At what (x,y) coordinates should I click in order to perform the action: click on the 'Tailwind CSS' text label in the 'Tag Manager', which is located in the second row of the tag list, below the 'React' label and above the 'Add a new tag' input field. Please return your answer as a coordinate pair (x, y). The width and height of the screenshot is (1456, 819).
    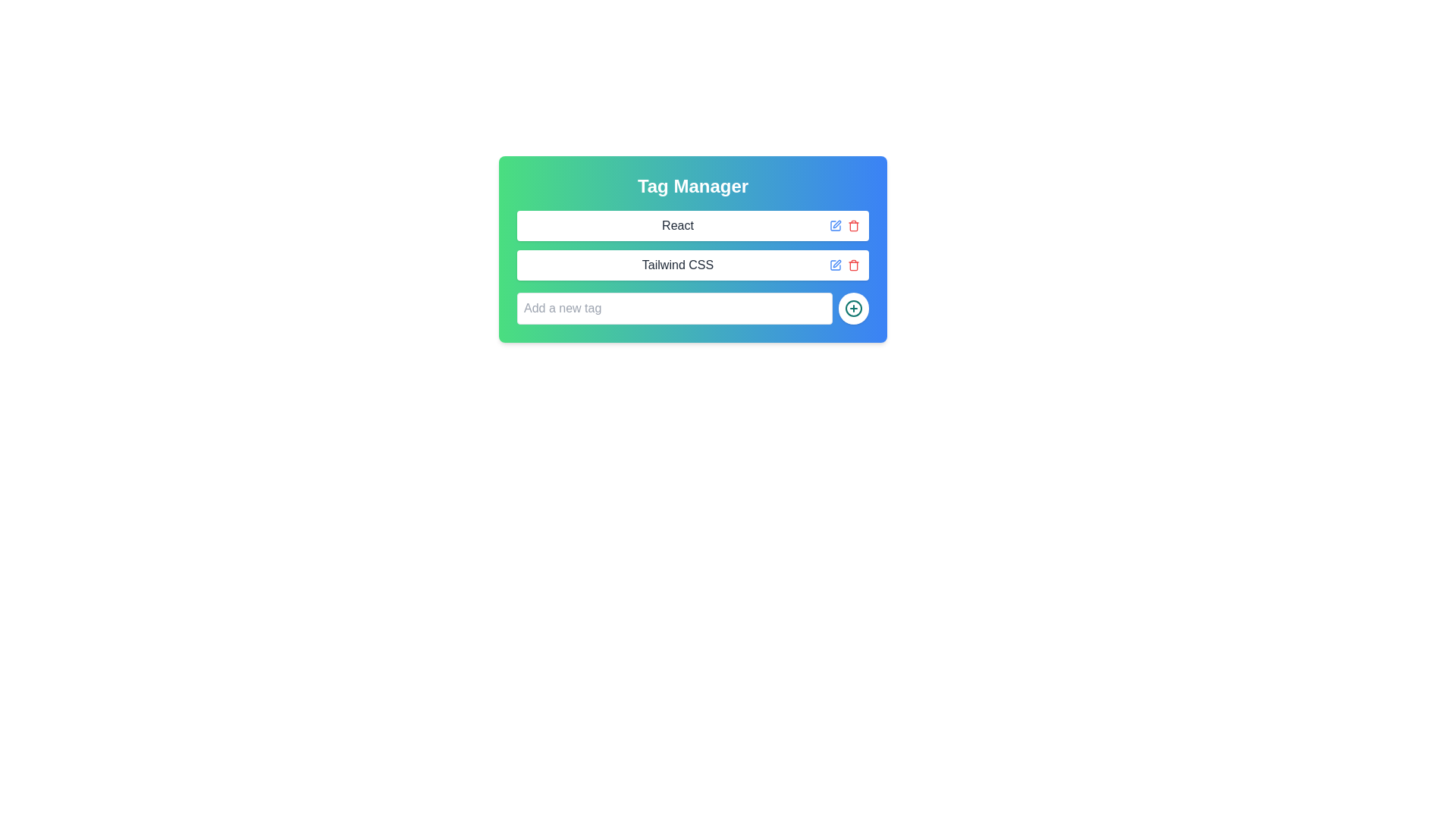
    Looking at the image, I should click on (676, 265).